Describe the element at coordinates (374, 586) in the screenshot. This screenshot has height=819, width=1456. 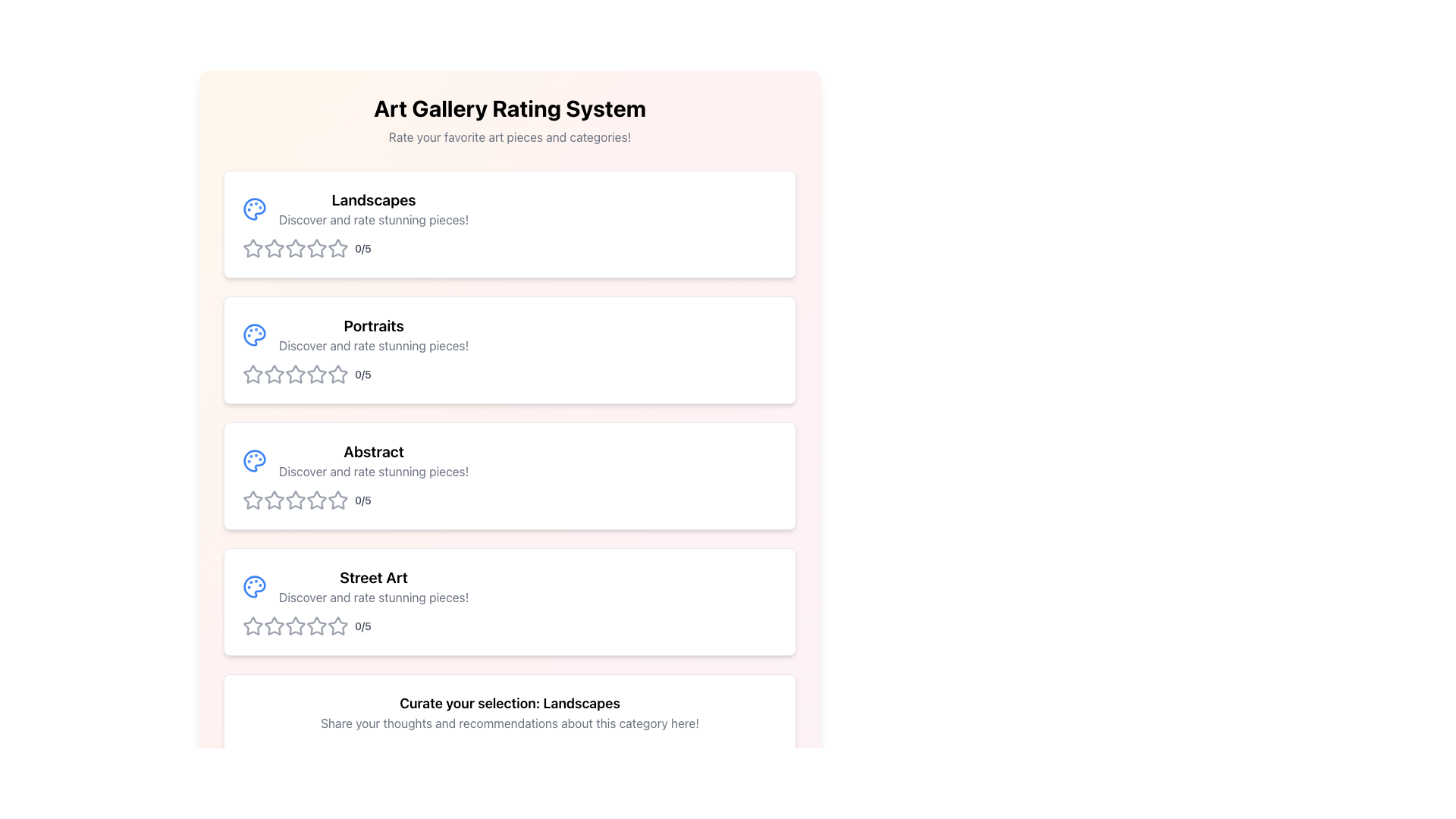
I see `the textual display component that serves as a title and description for the 'Street Art' category in the rating system, which is the fourth item in a vertically arranged list` at that location.